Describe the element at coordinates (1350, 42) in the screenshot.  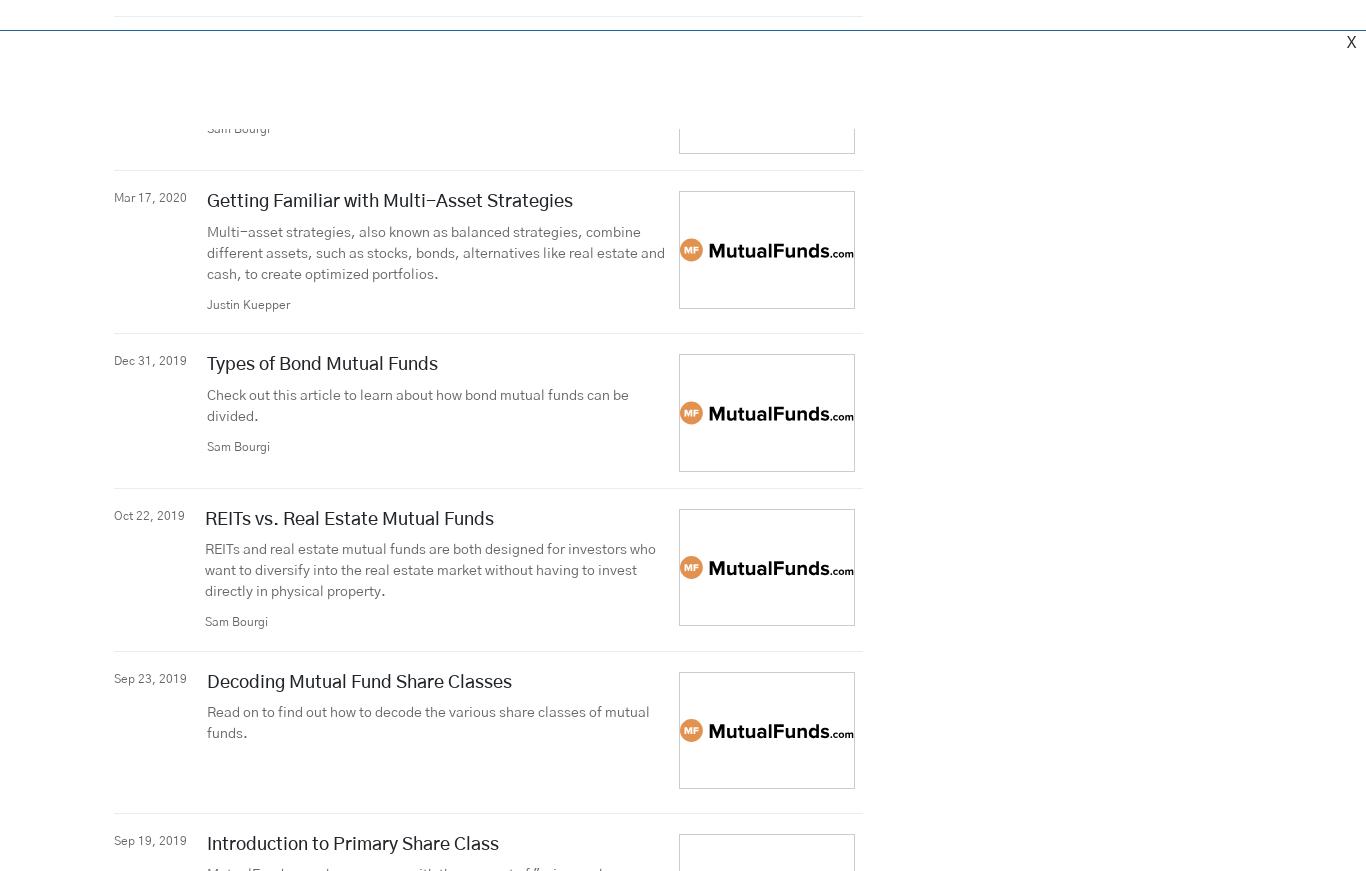
I see `'X'` at that location.